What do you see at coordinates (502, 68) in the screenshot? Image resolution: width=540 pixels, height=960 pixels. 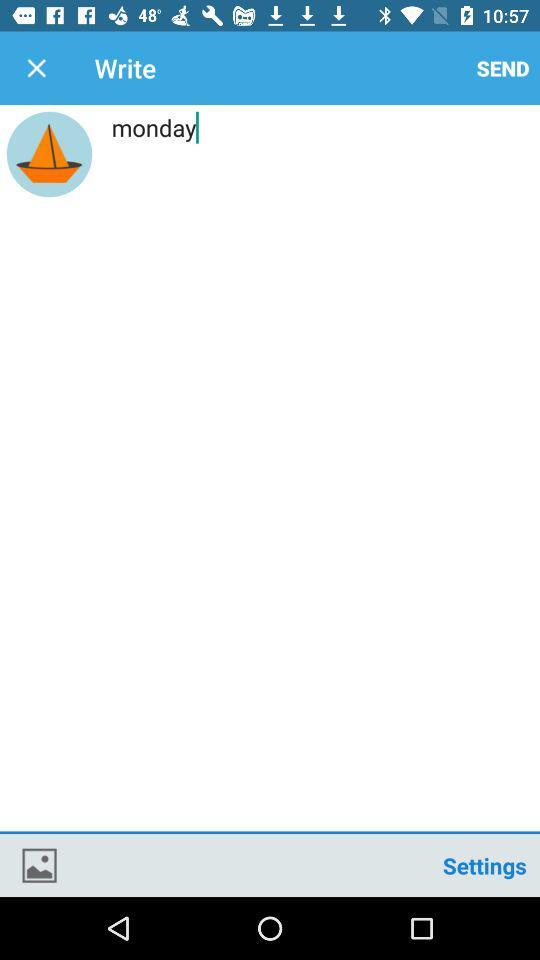 I see `the icon above monday icon` at bounding box center [502, 68].